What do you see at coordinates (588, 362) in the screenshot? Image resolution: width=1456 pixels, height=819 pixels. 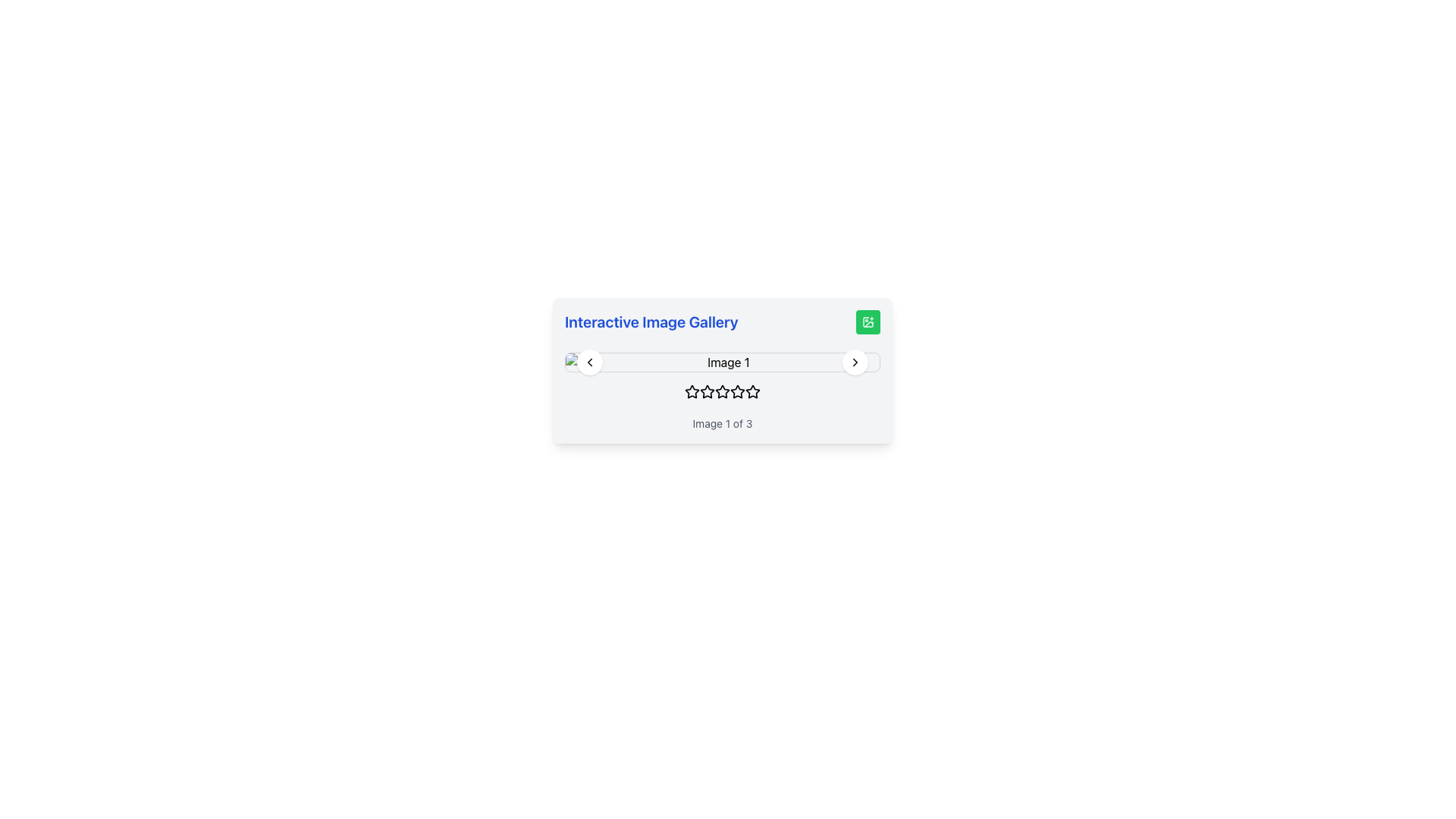 I see `the leftward navigation icon located within a circular button on the left-hand side of the horizontal navigation bar below the title 'Interactive Image Gallery'` at bounding box center [588, 362].